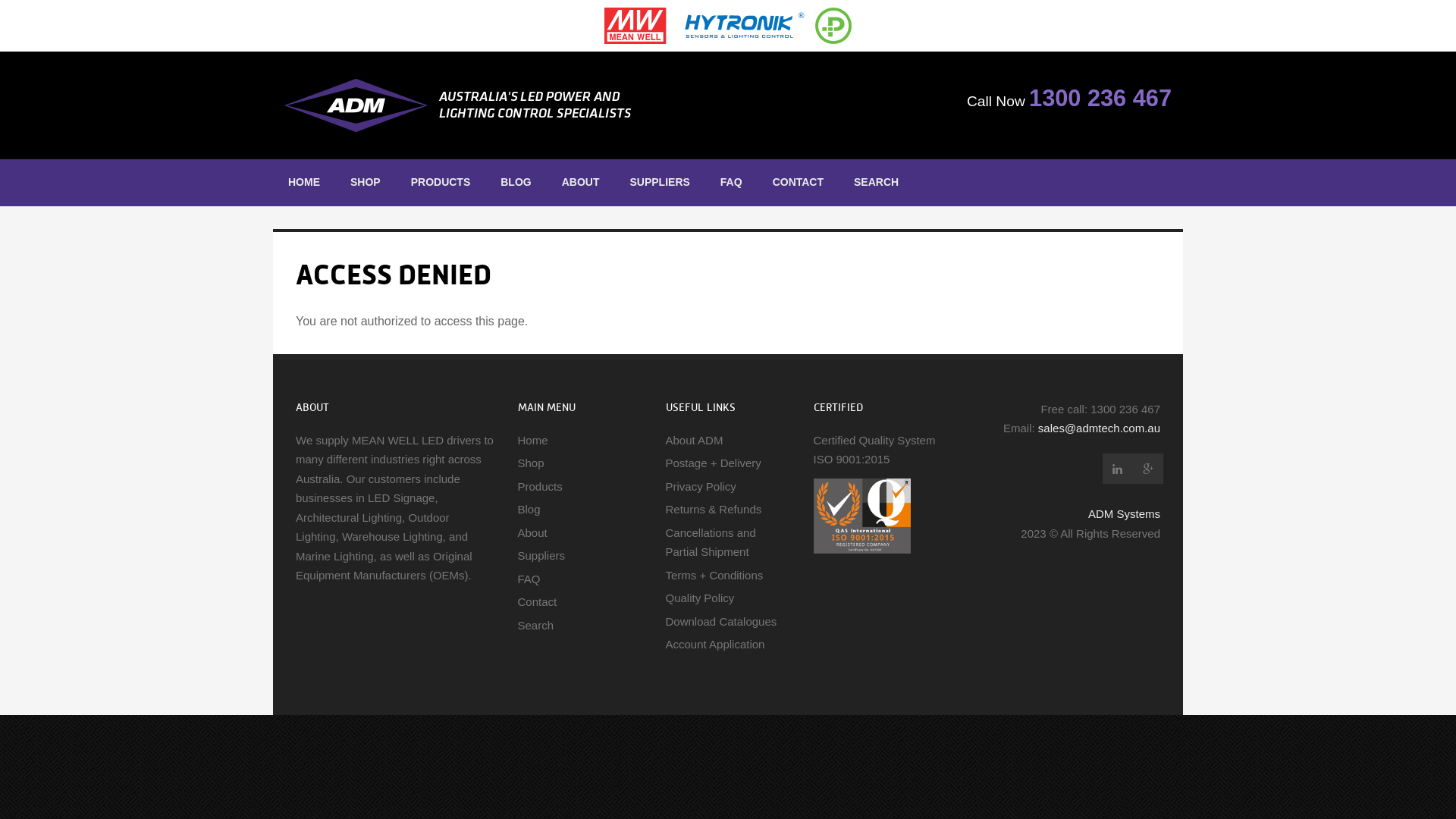 The height and width of the screenshot is (819, 1456). What do you see at coordinates (516, 532) in the screenshot?
I see `'About'` at bounding box center [516, 532].